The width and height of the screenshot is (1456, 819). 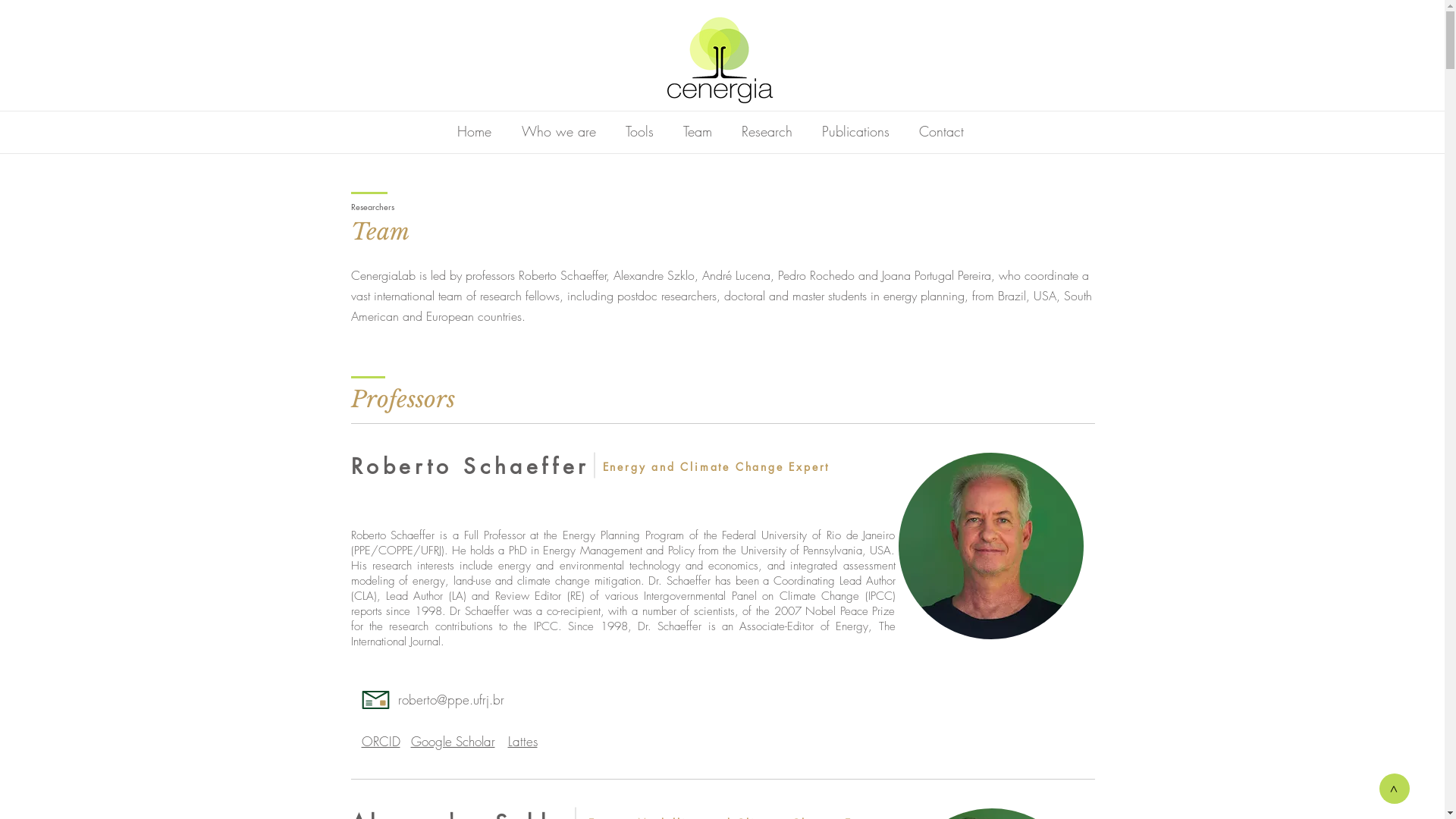 What do you see at coordinates (452, 740) in the screenshot?
I see `'Google Scholar'` at bounding box center [452, 740].